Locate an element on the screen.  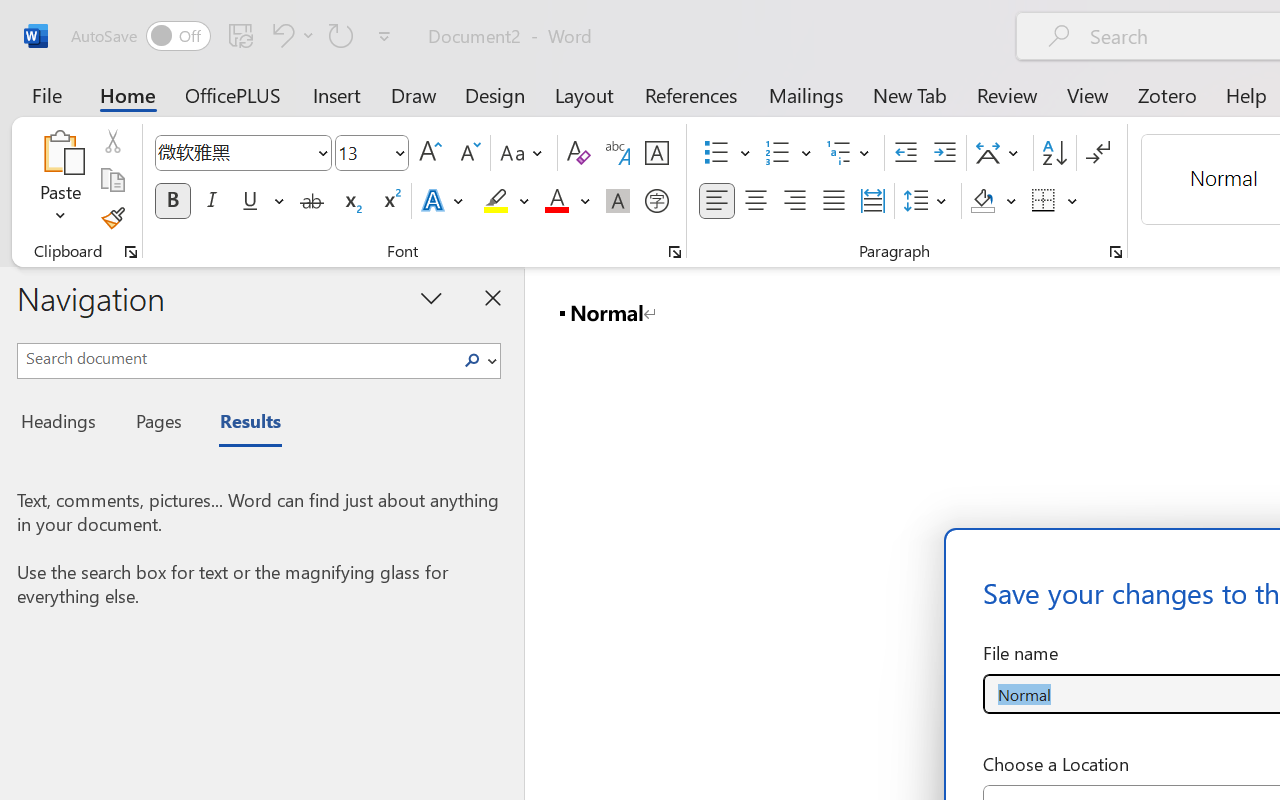
'Draw' is located at coordinates (413, 94).